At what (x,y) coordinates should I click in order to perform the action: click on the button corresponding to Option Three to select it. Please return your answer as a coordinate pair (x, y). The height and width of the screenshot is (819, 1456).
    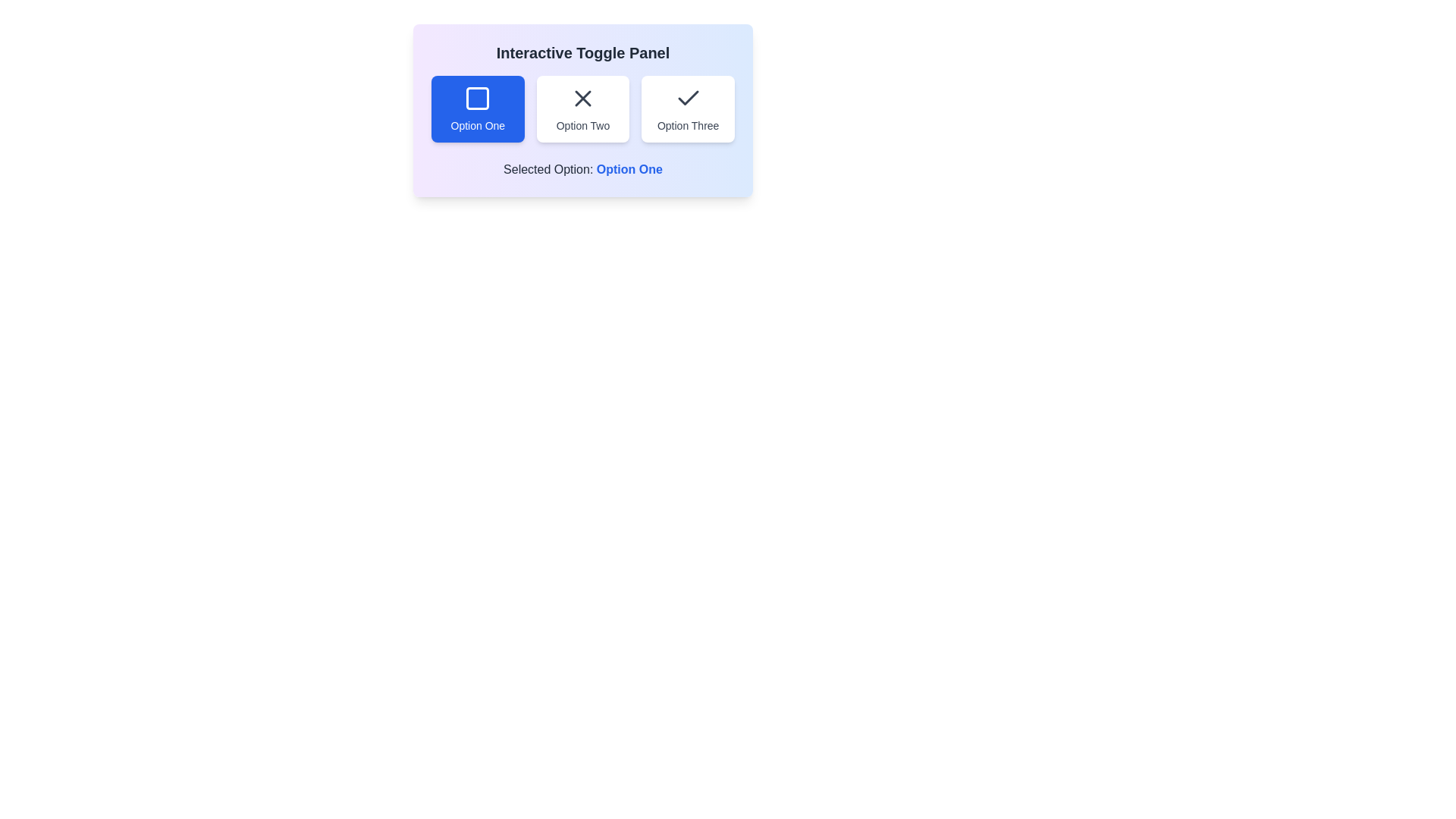
    Looking at the image, I should click on (687, 108).